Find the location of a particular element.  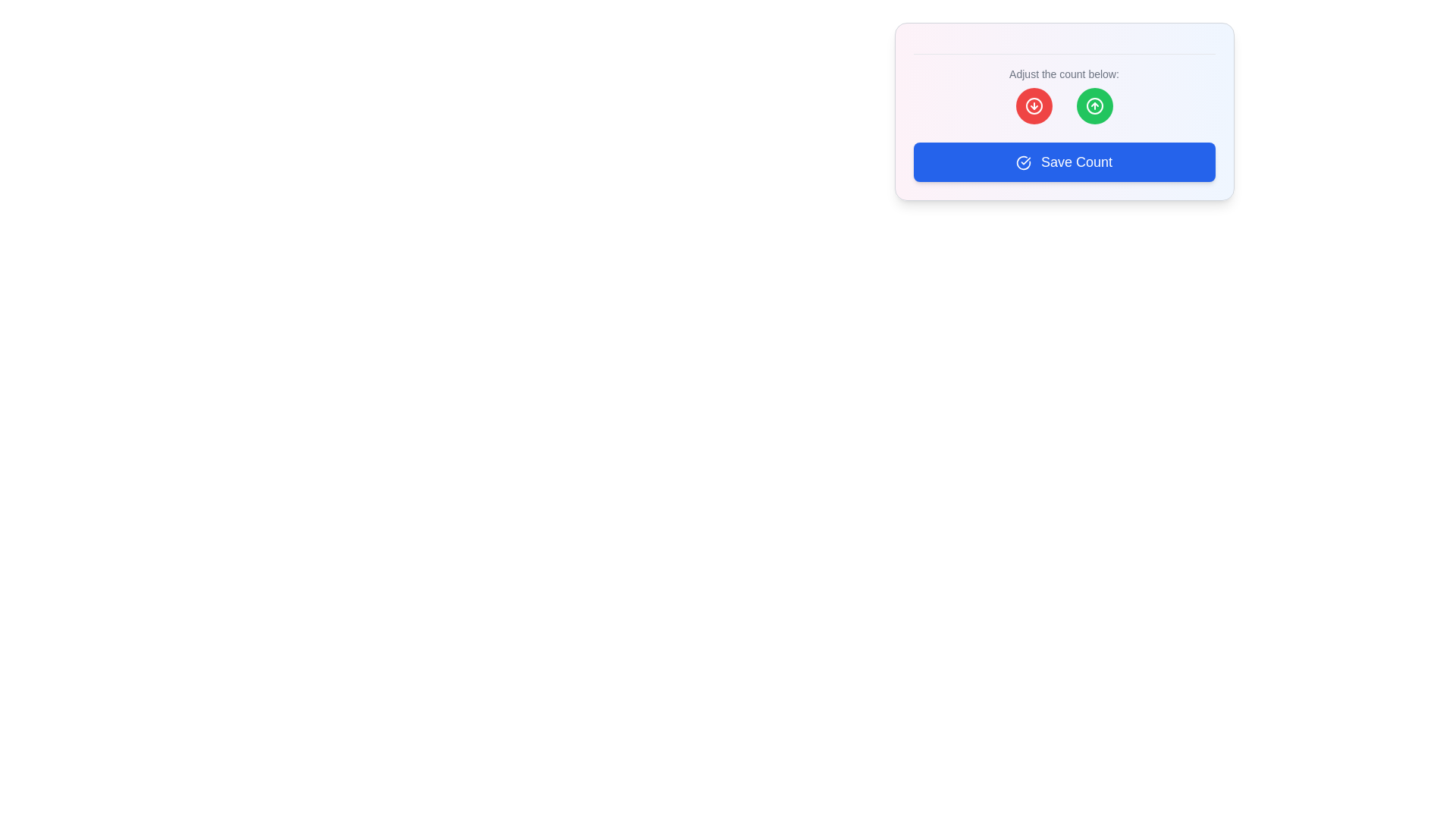

the increment button located to the right of the red decrement button to observe any hover effects is located at coordinates (1094, 105).